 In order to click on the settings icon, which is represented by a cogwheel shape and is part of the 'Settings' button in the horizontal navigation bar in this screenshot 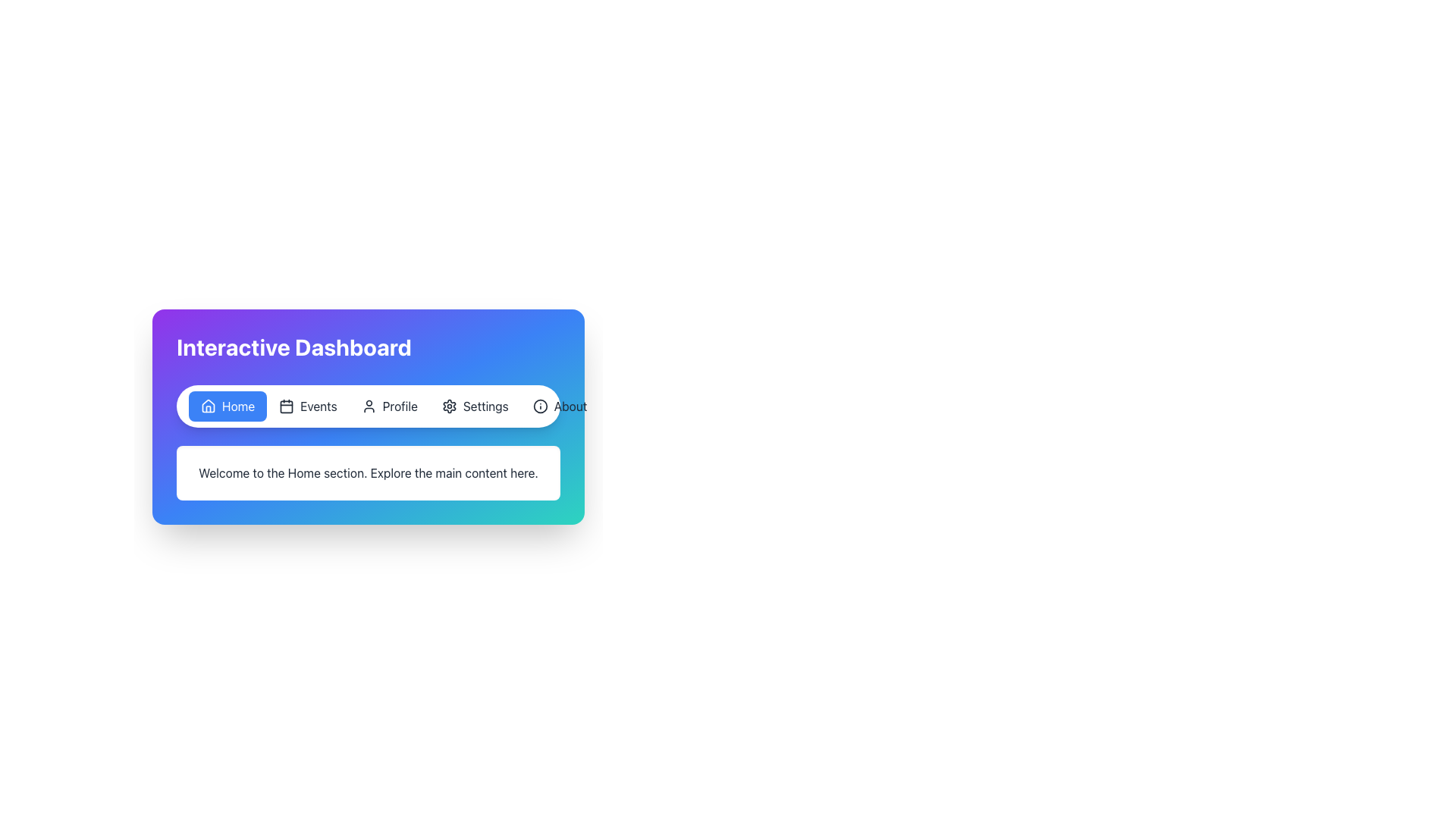, I will do `click(448, 406)`.